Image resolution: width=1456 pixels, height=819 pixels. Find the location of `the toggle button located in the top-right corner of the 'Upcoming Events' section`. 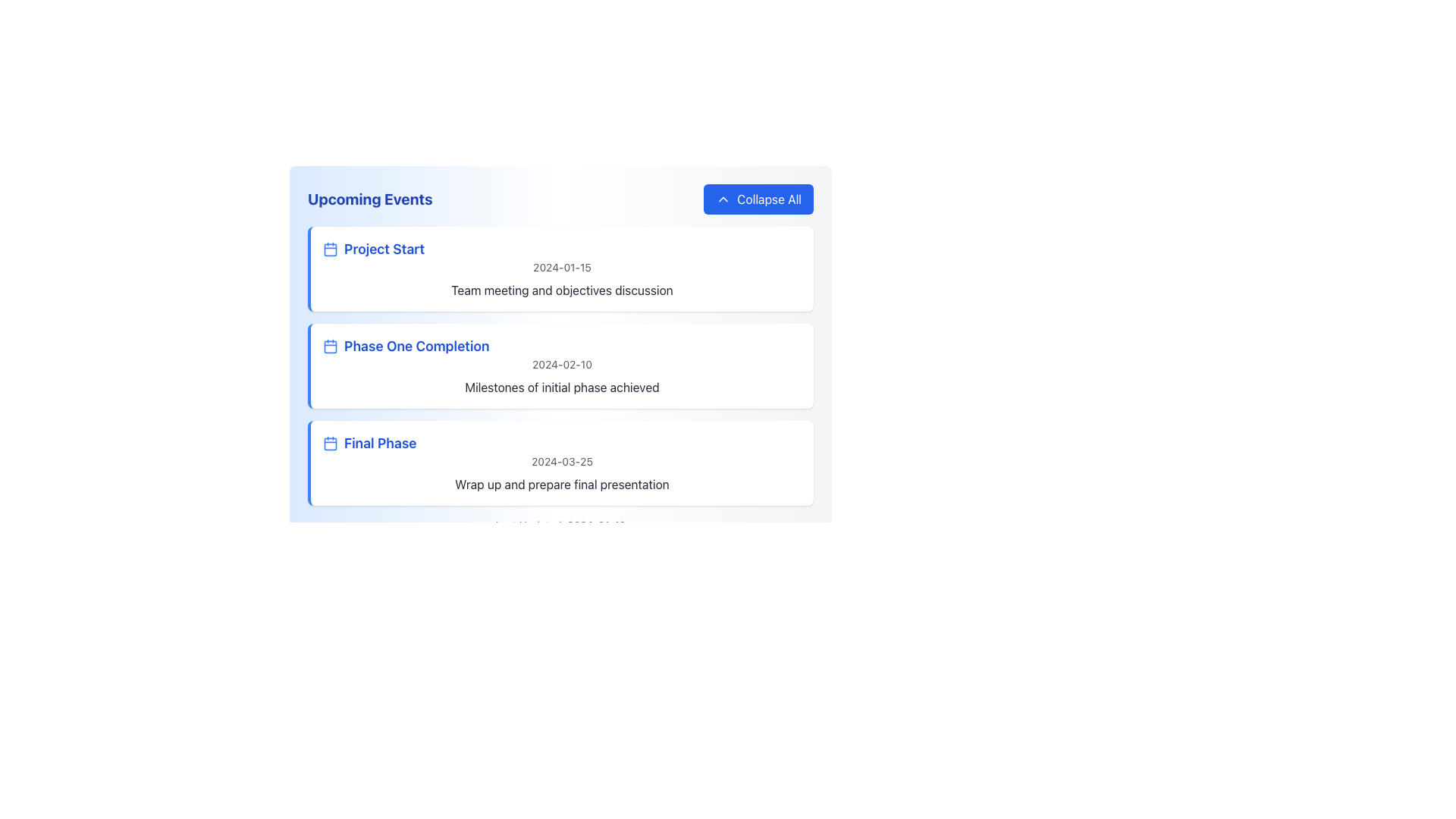

the toggle button located in the top-right corner of the 'Upcoming Events' section is located at coordinates (758, 198).